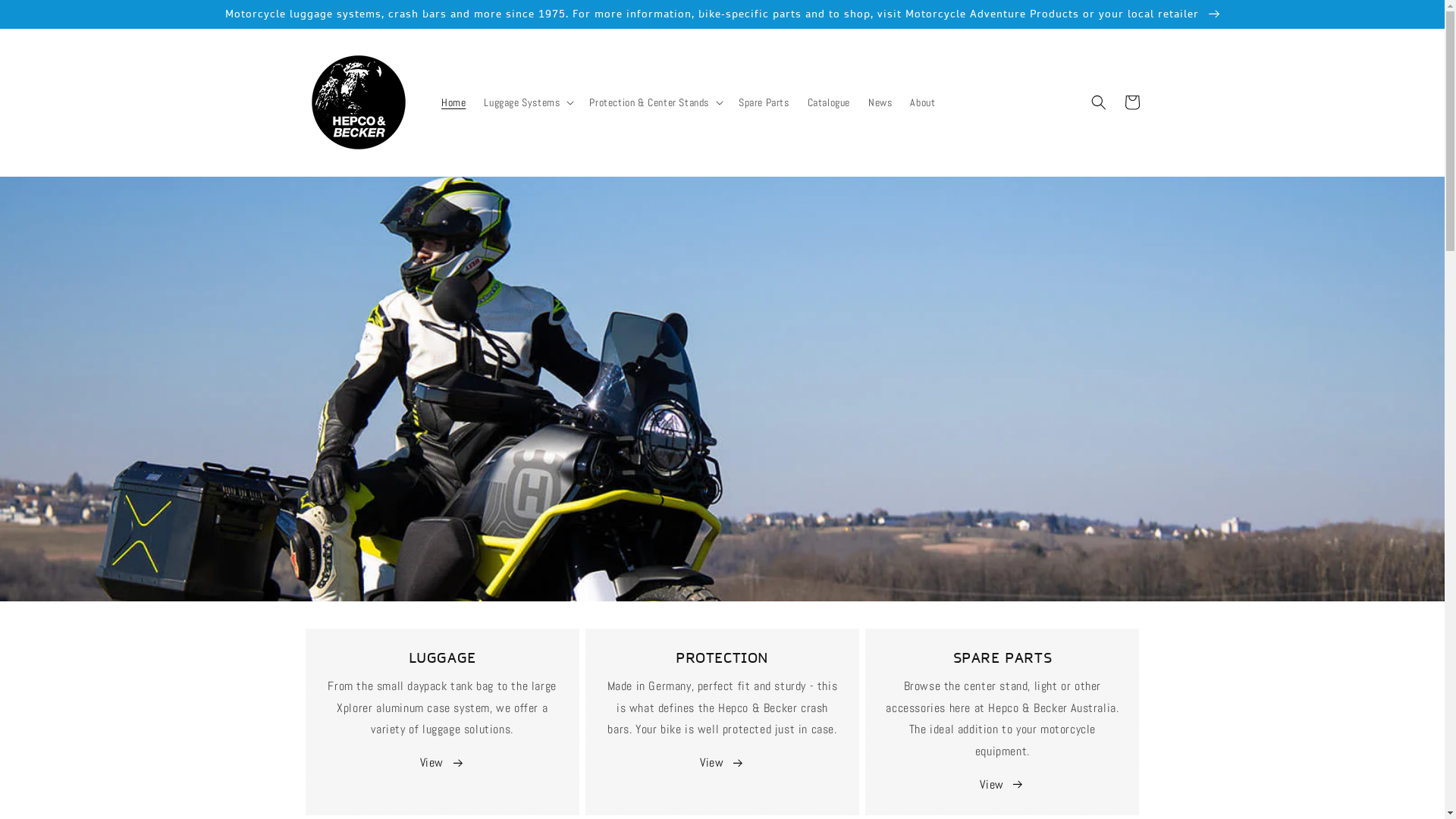  Describe the element at coordinates (921, 102) in the screenshot. I see `'About'` at that location.